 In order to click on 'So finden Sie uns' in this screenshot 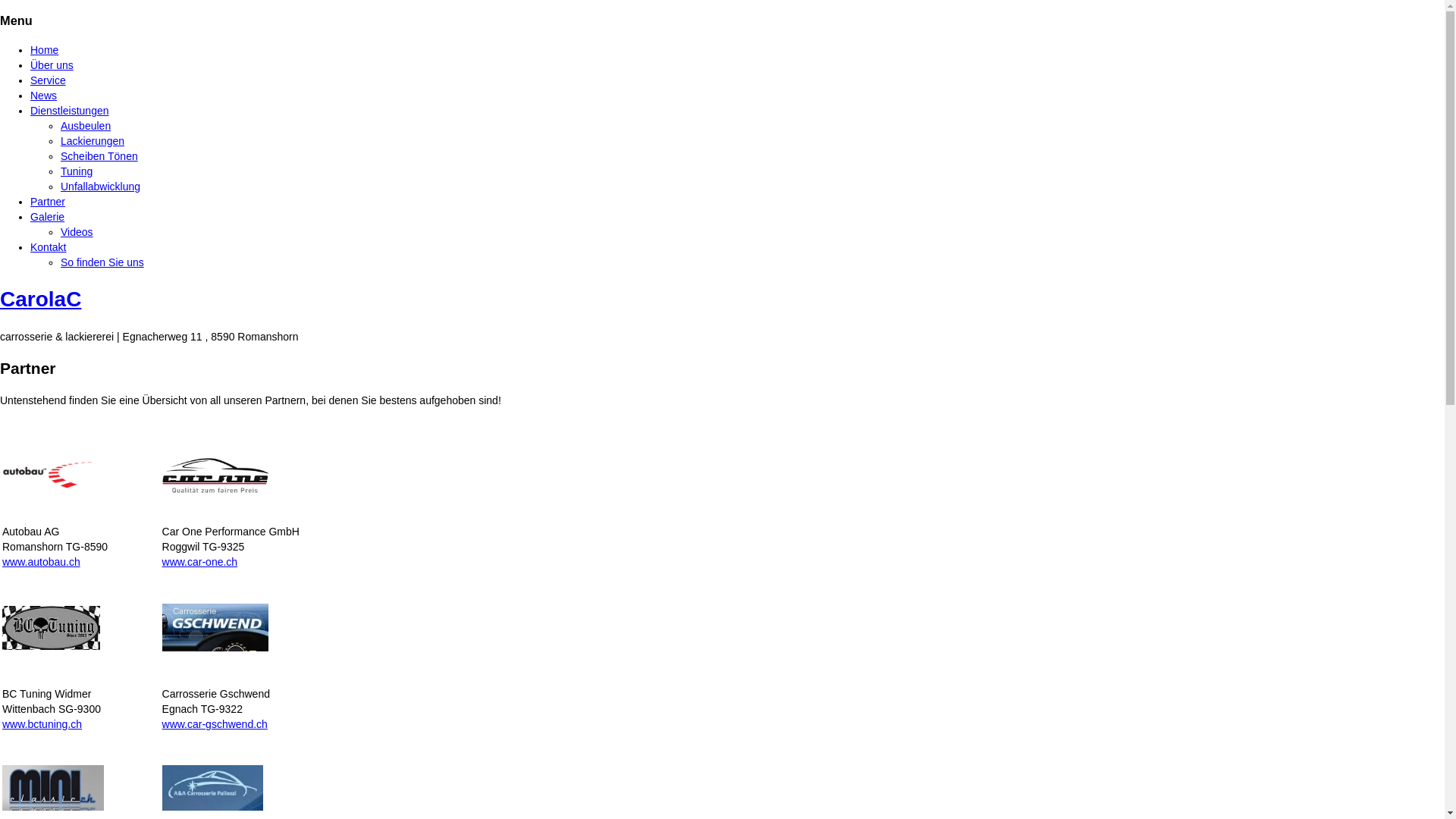, I will do `click(101, 262)`.